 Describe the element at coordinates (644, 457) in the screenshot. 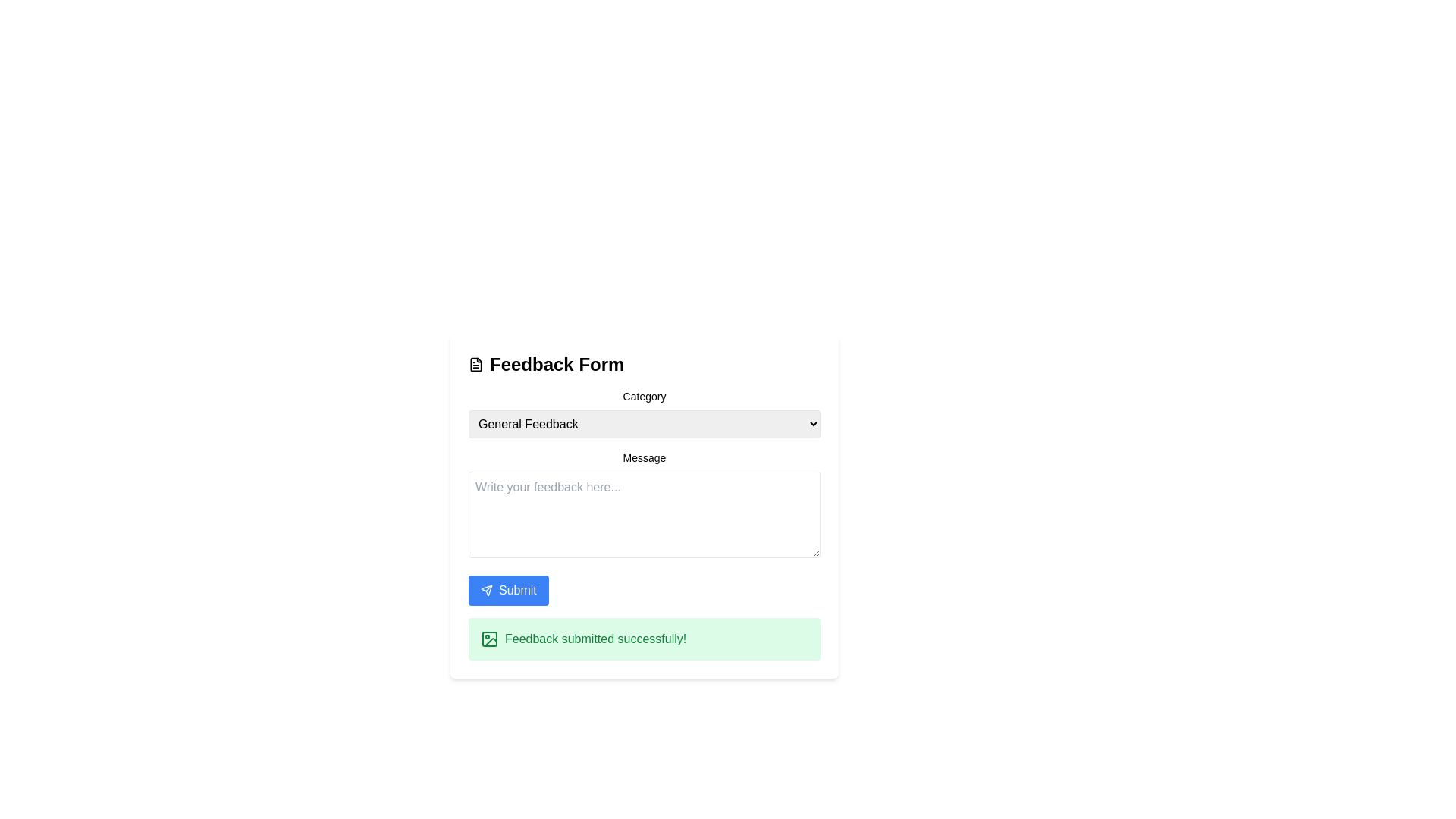

I see `label that describes the purpose of the input field for feedback, positioned directly above the input field labeled 'Write your feedback here...'` at that location.